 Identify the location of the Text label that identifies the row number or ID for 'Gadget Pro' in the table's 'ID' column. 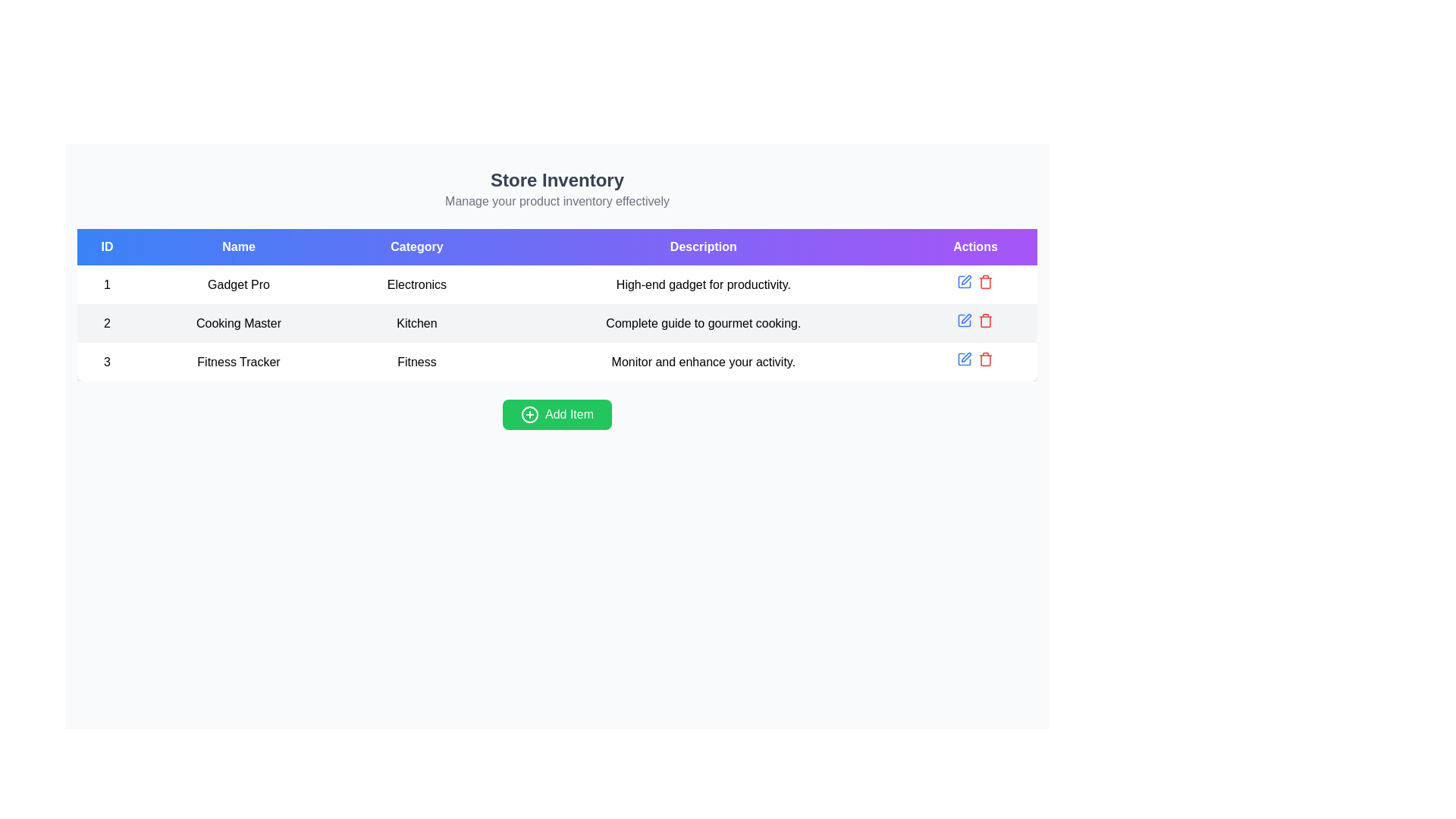
(106, 284).